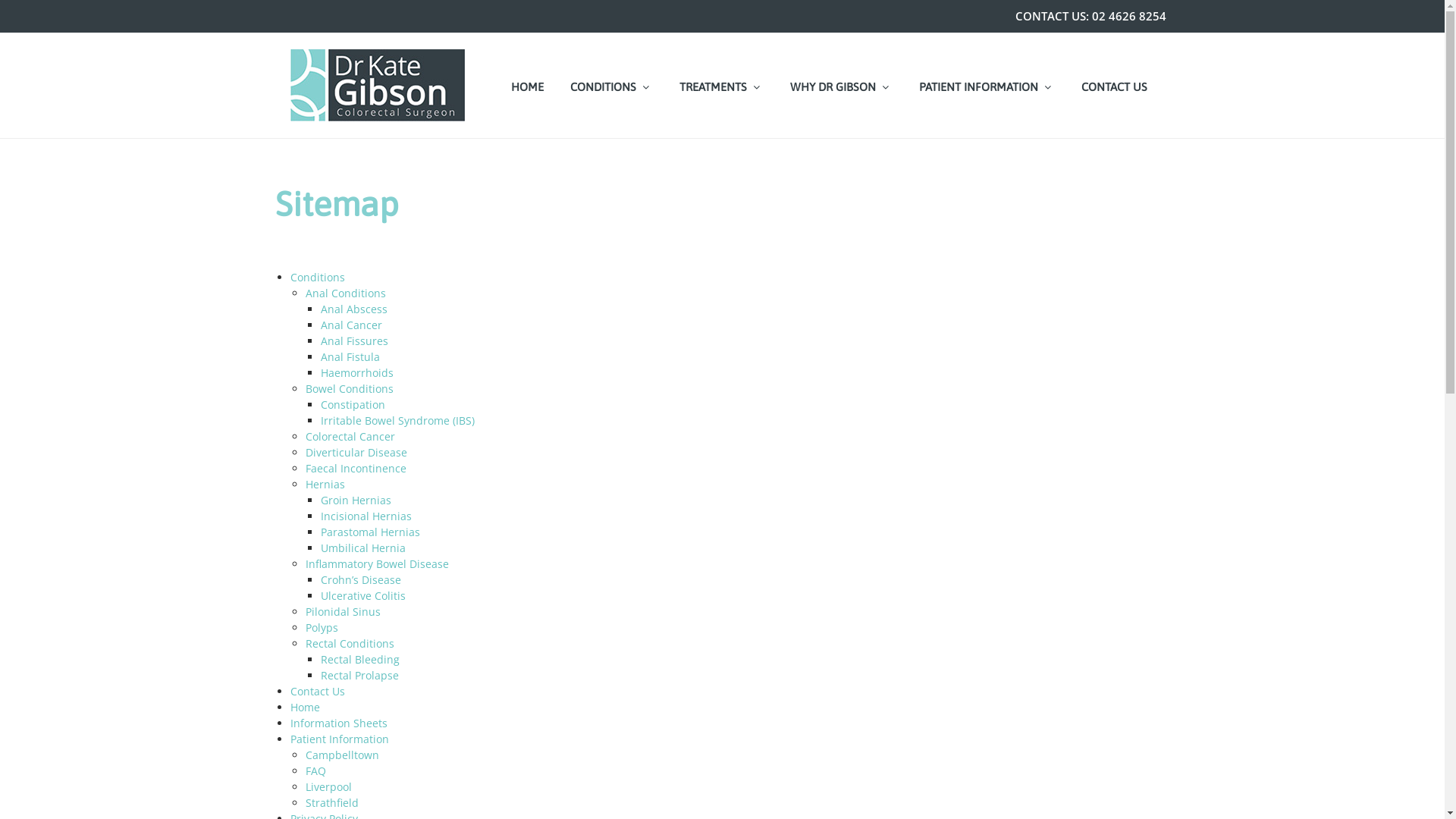 Image resolution: width=1456 pixels, height=819 pixels. What do you see at coordinates (348, 643) in the screenshot?
I see `'Rectal Conditions'` at bounding box center [348, 643].